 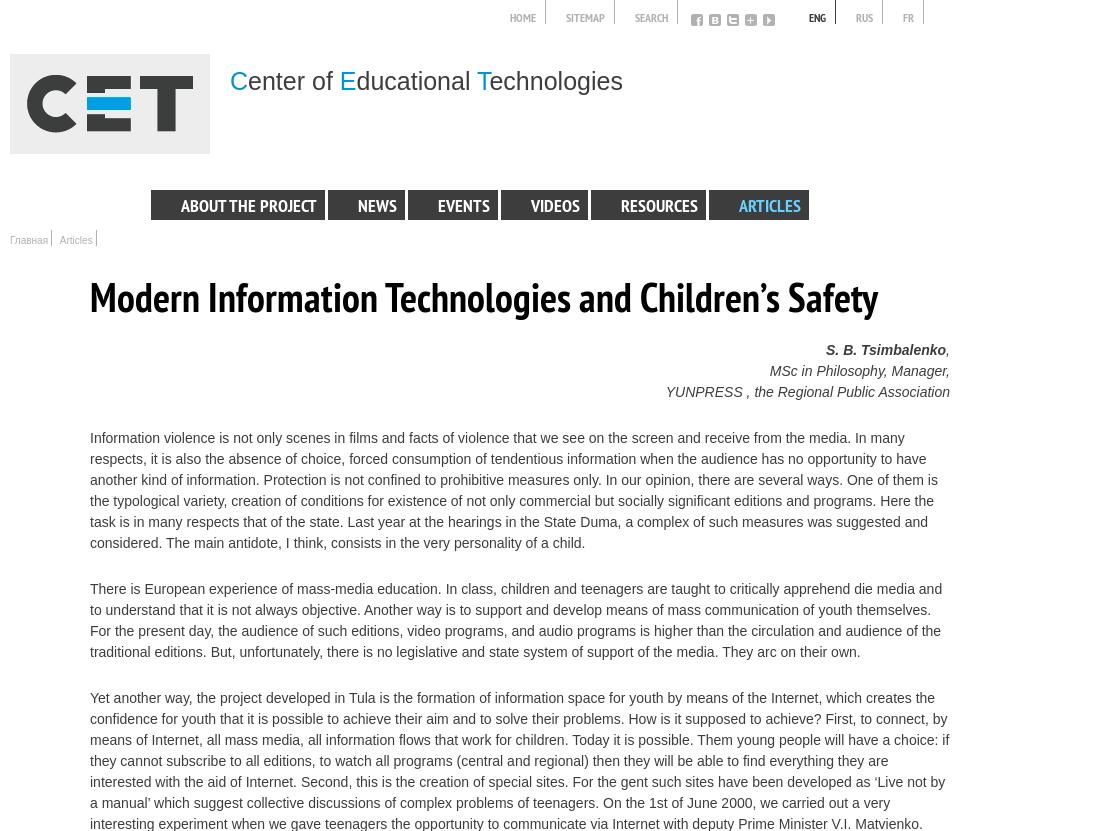 I want to click on 'Videos', so click(x=555, y=205).